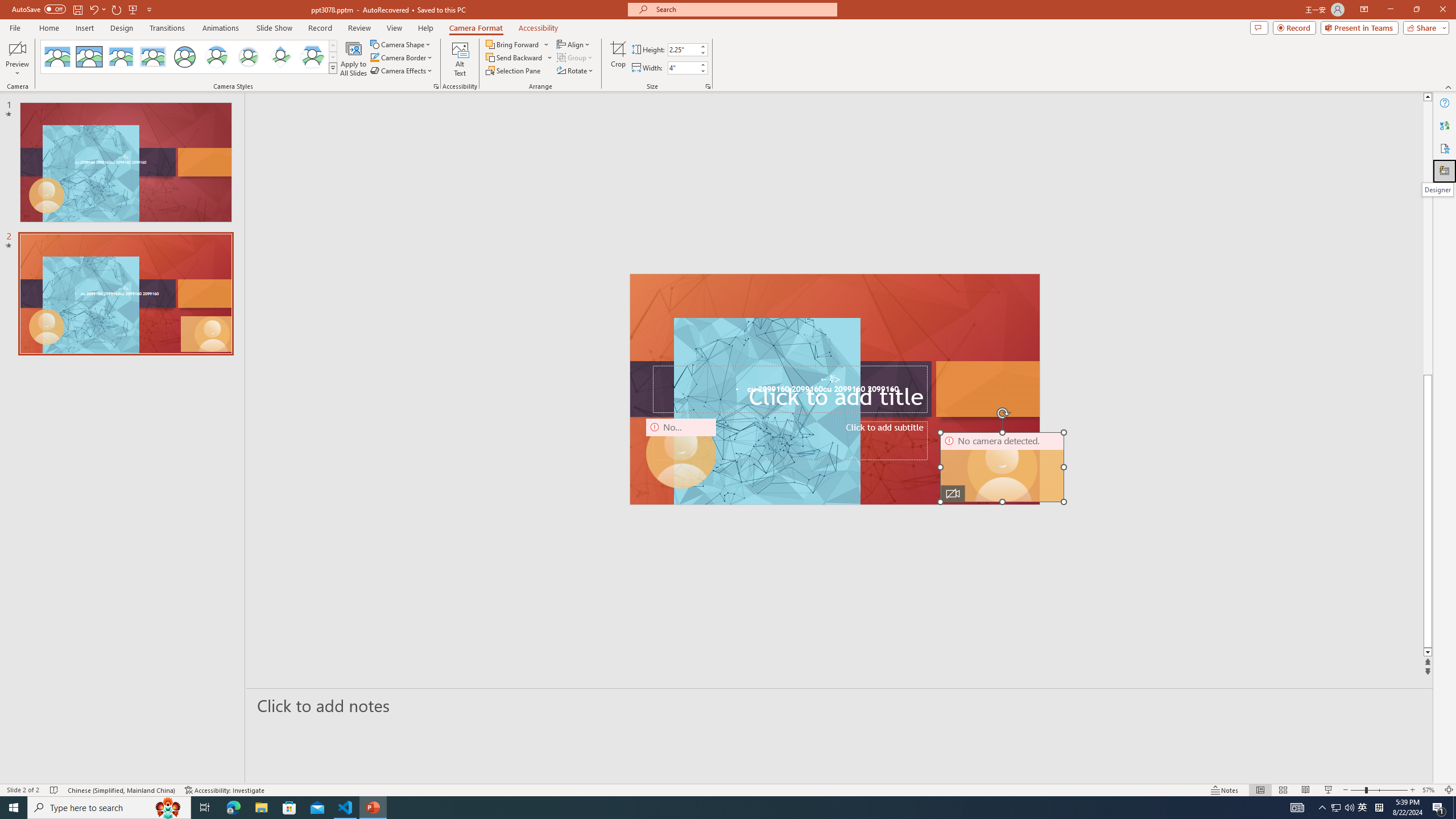  I want to click on 'Cameo Width', so click(682, 67).